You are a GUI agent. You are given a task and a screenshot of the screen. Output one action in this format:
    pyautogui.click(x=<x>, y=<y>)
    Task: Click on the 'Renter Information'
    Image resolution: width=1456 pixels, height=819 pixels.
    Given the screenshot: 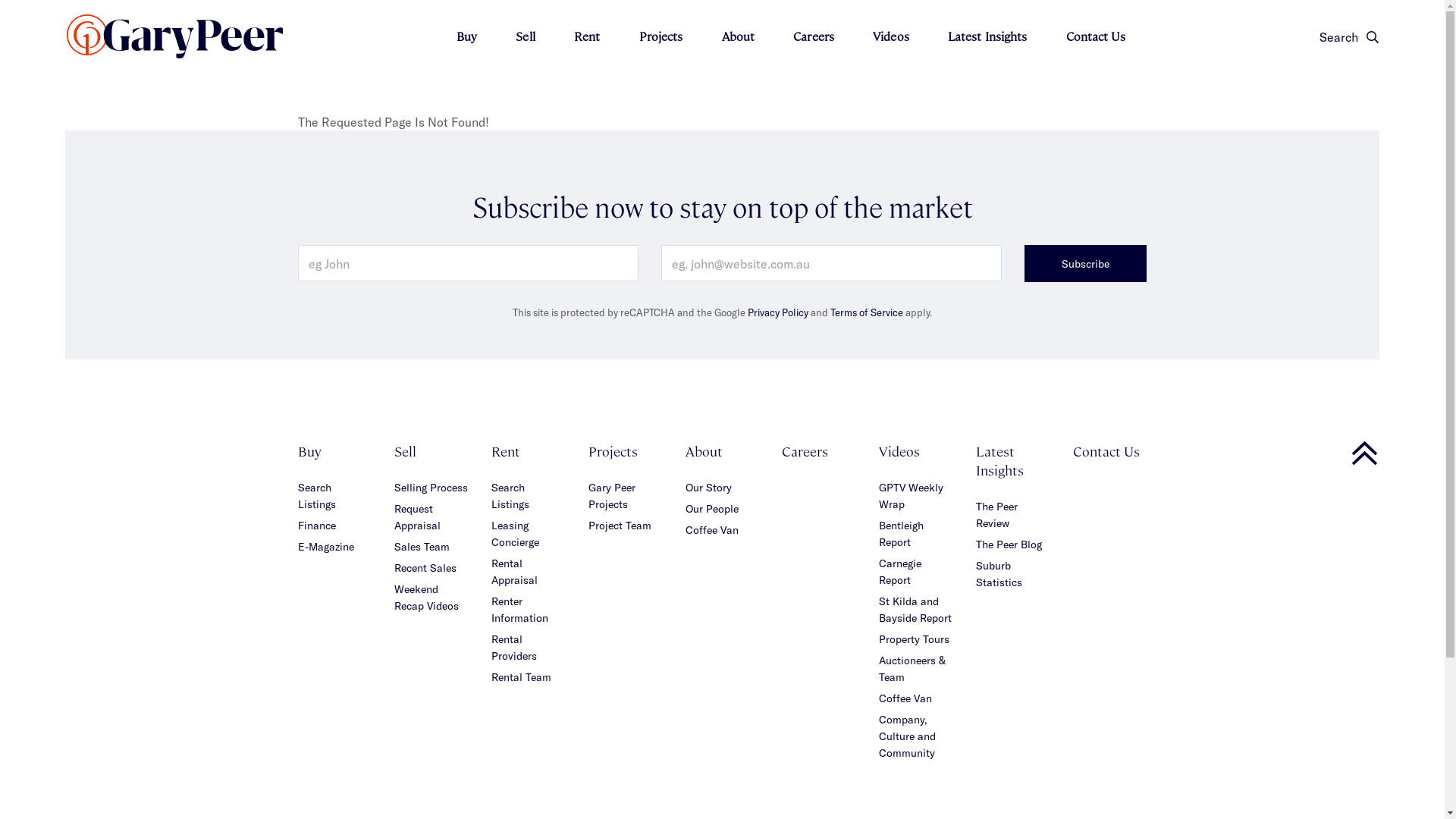 What is the action you would take?
    pyautogui.click(x=519, y=608)
    